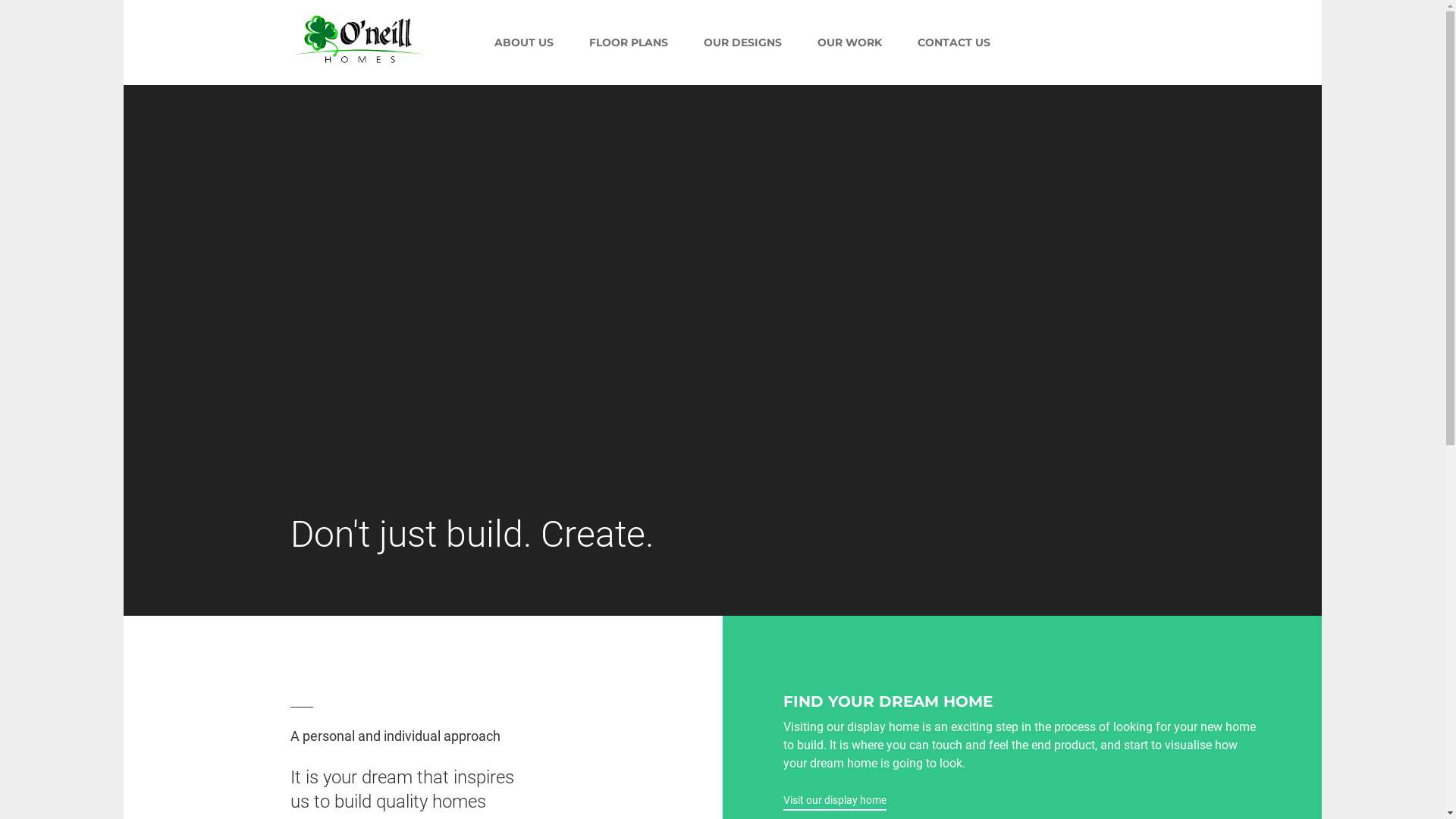 The image size is (1456, 819). Describe the element at coordinates (799, 42) in the screenshot. I see `'OUR WORK'` at that location.